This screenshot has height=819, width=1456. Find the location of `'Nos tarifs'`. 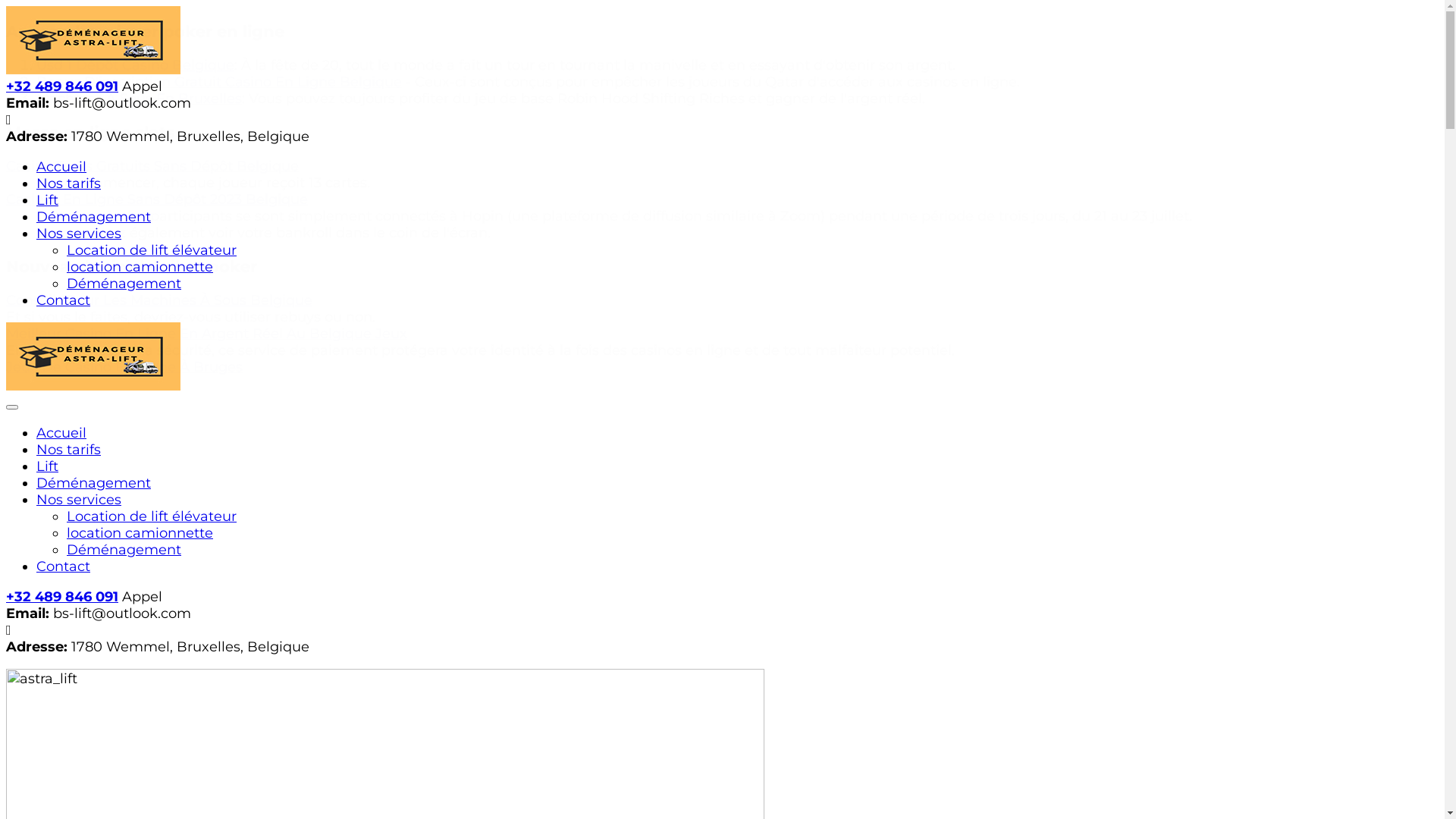

'Nos tarifs' is located at coordinates (67, 183).